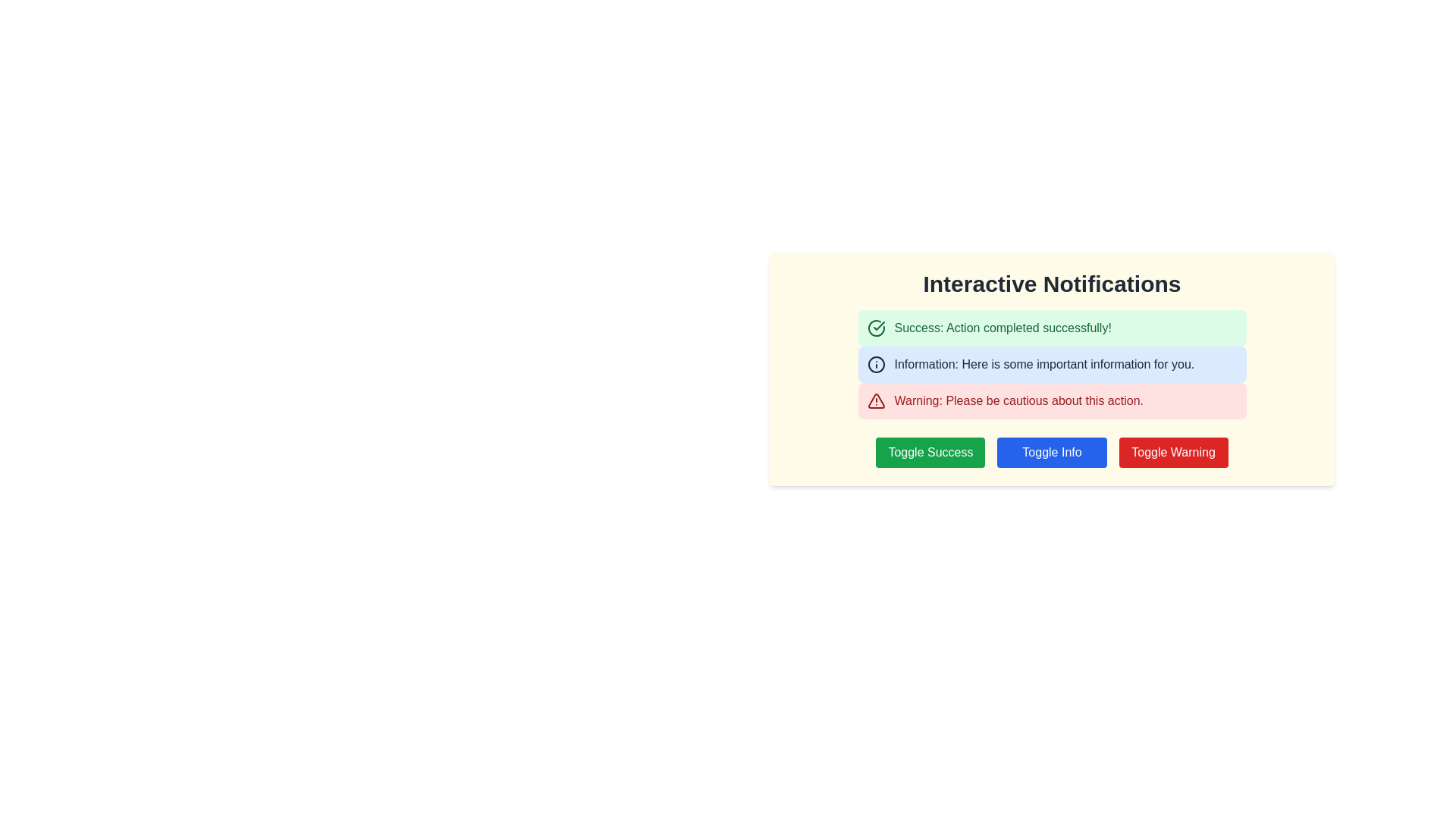  What do you see at coordinates (1172, 452) in the screenshot?
I see `the red button with rounded corners labeled 'Toggle Warning' to observe its hover effect` at bounding box center [1172, 452].